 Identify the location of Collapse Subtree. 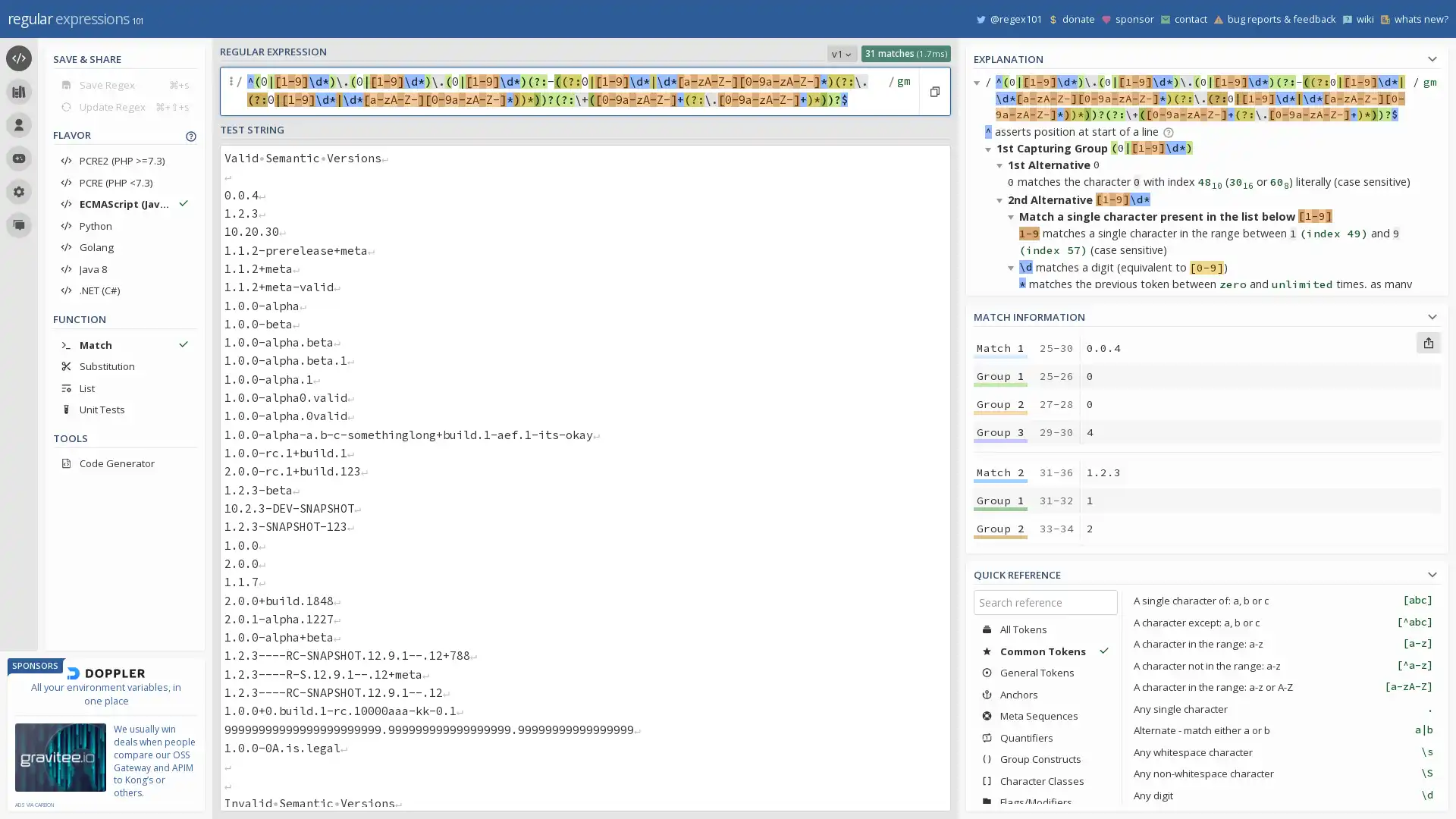
(1002, 576).